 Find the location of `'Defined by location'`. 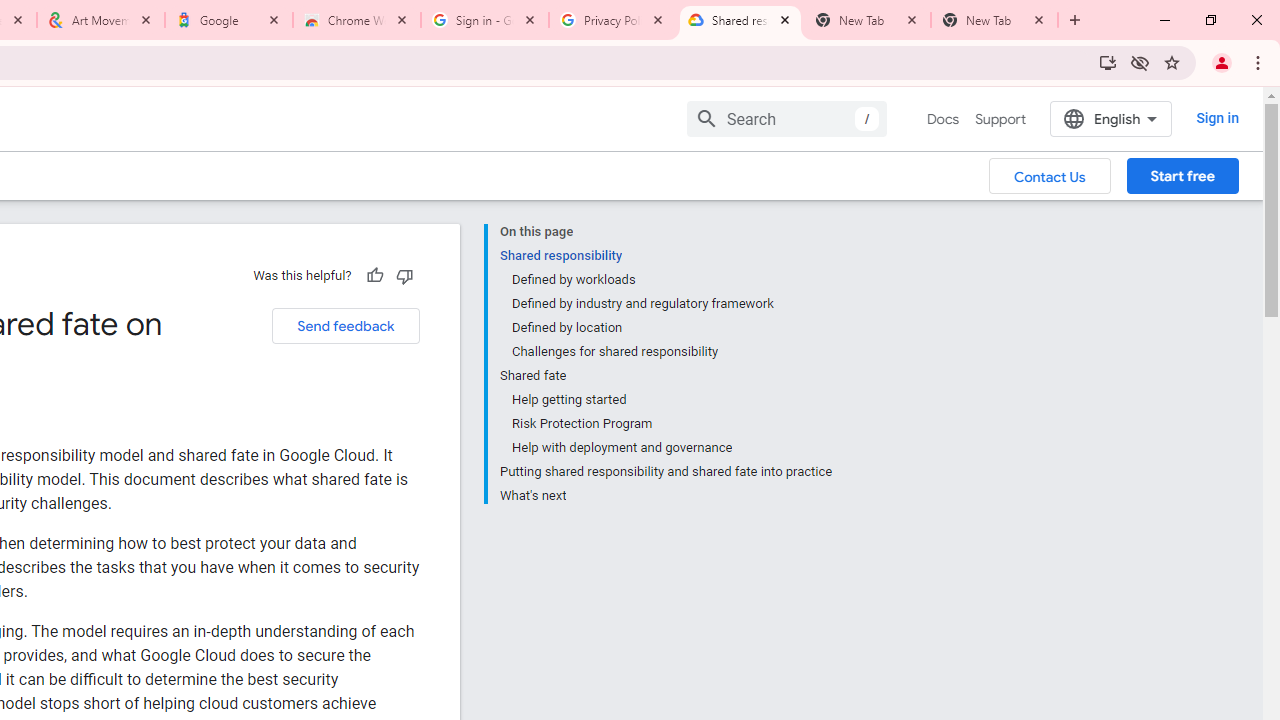

'Defined by location' is located at coordinates (671, 326).